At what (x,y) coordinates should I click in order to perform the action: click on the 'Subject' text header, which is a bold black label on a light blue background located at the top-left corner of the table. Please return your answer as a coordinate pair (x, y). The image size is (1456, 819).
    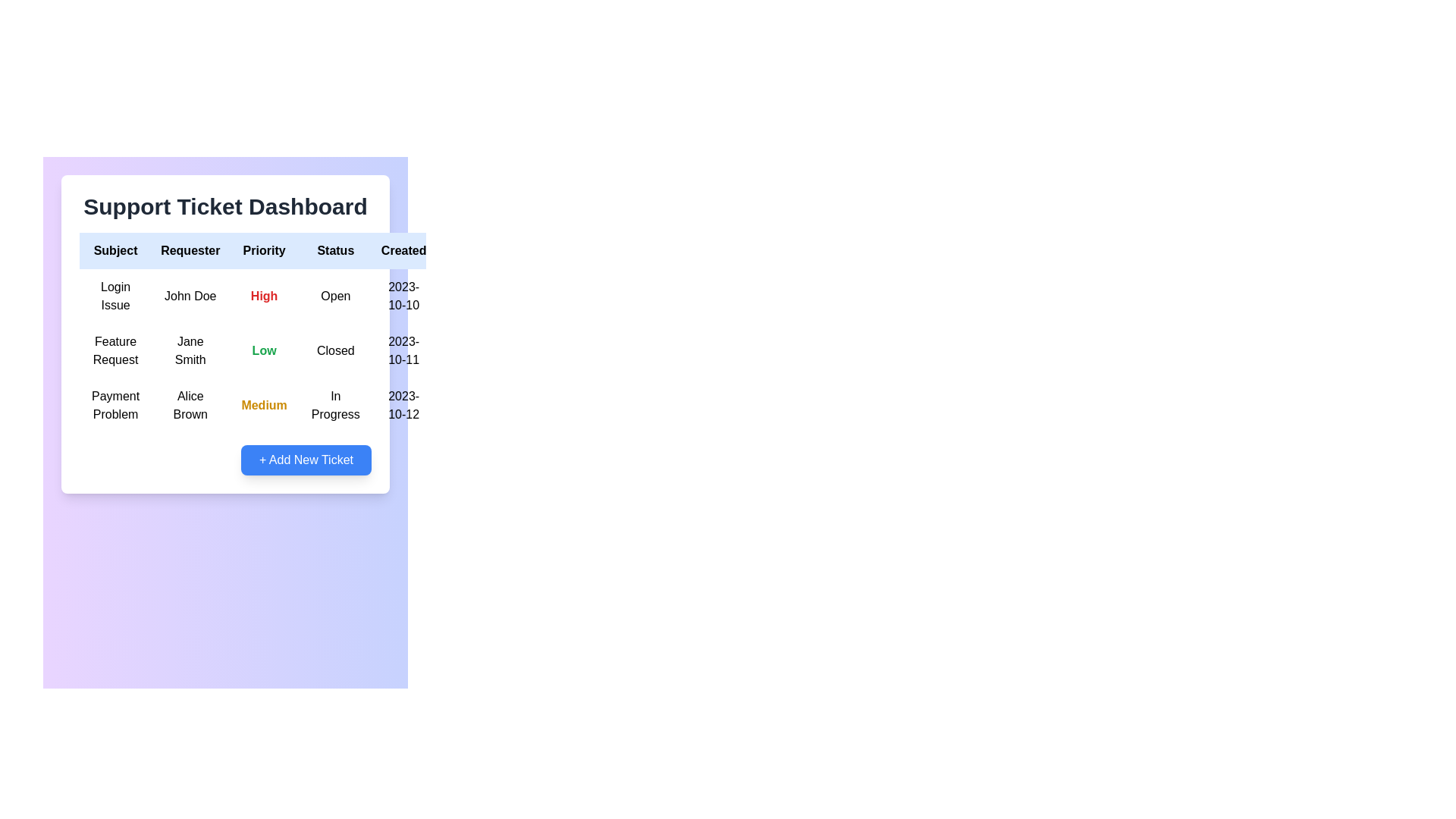
    Looking at the image, I should click on (115, 250).